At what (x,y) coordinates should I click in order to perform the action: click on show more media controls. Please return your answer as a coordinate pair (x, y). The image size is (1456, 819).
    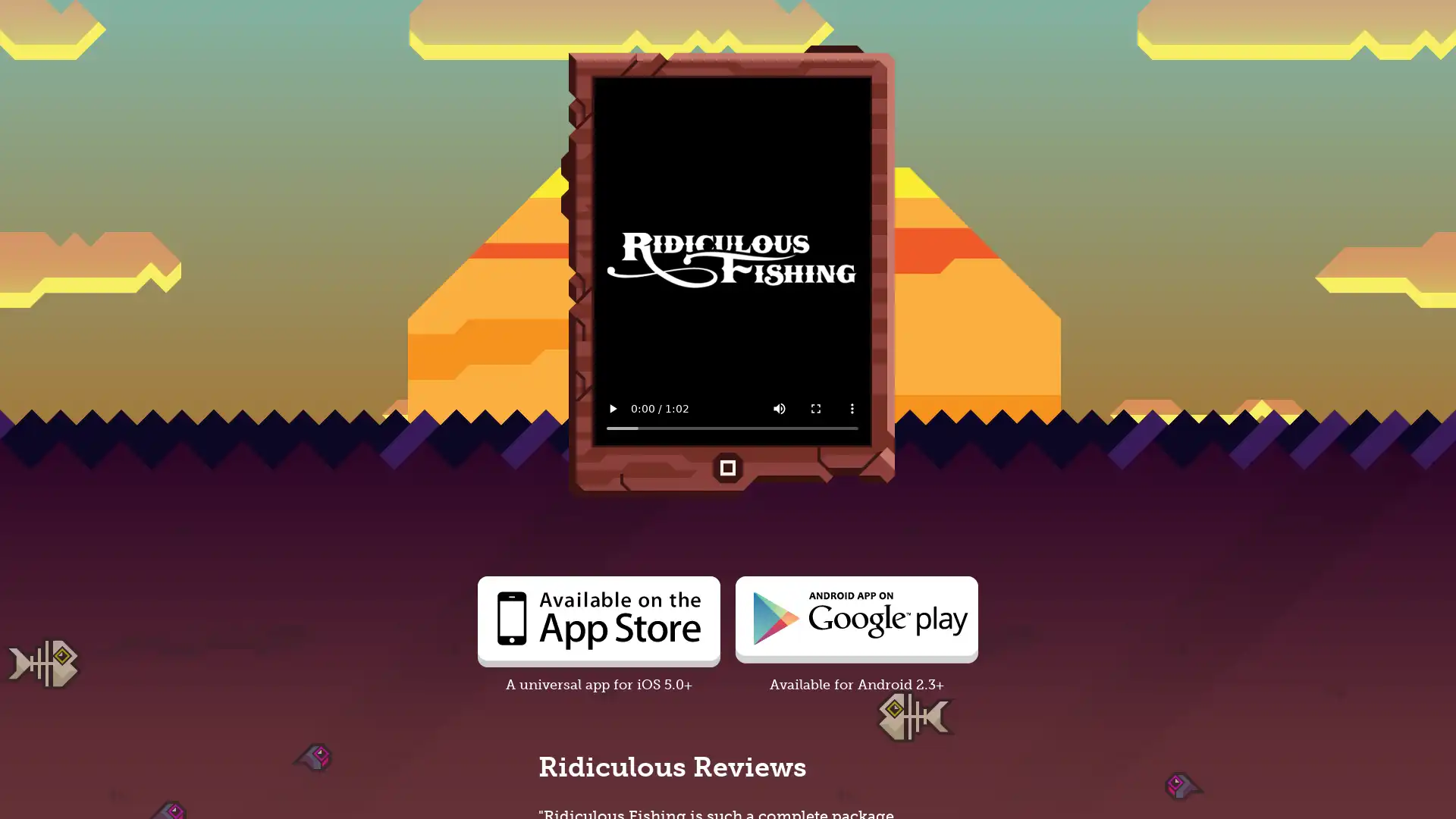
    Looking at the image, I should click on (852, 408).